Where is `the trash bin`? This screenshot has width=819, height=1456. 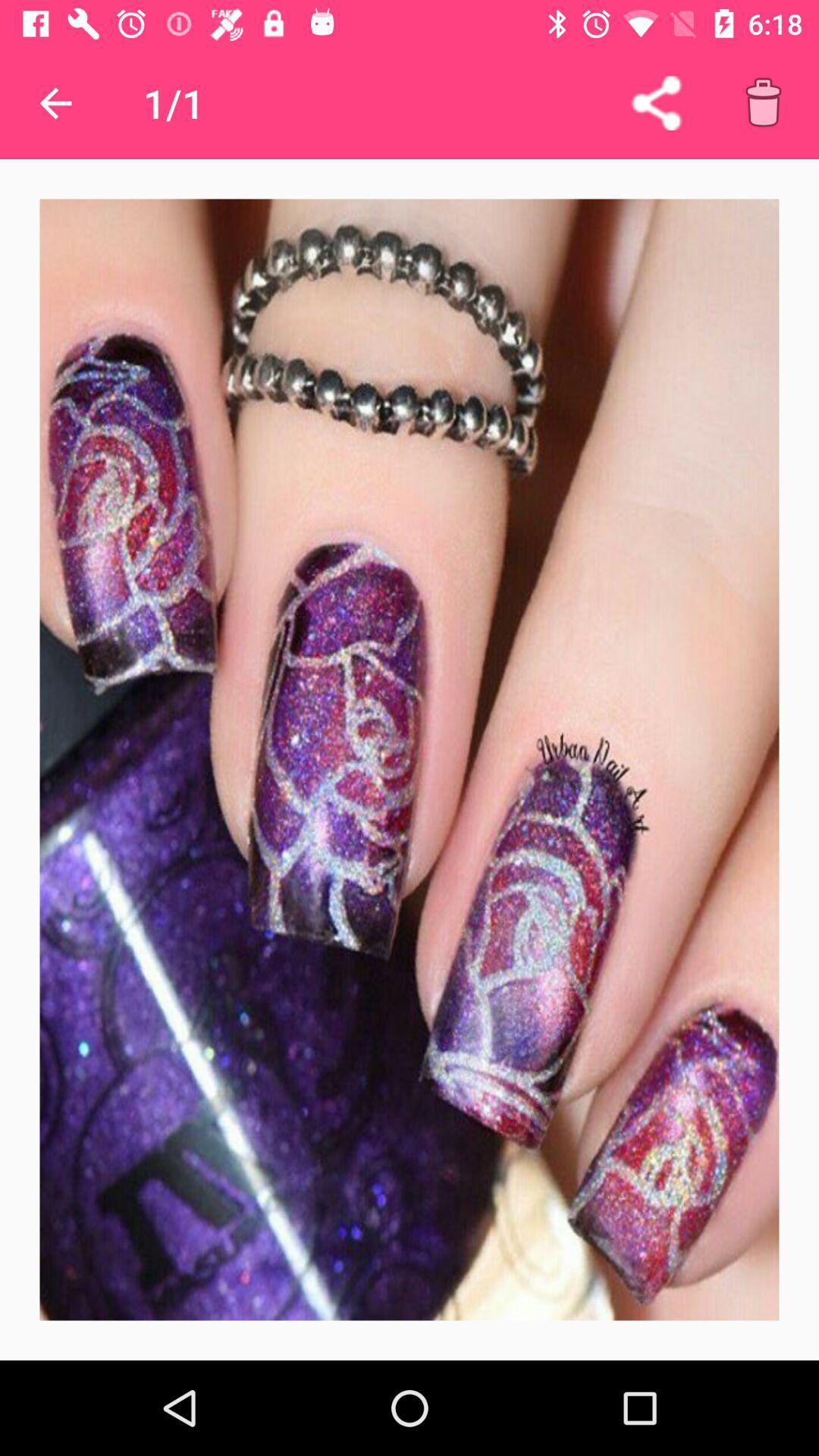 the trash bin is located at coordinates (763, 102).